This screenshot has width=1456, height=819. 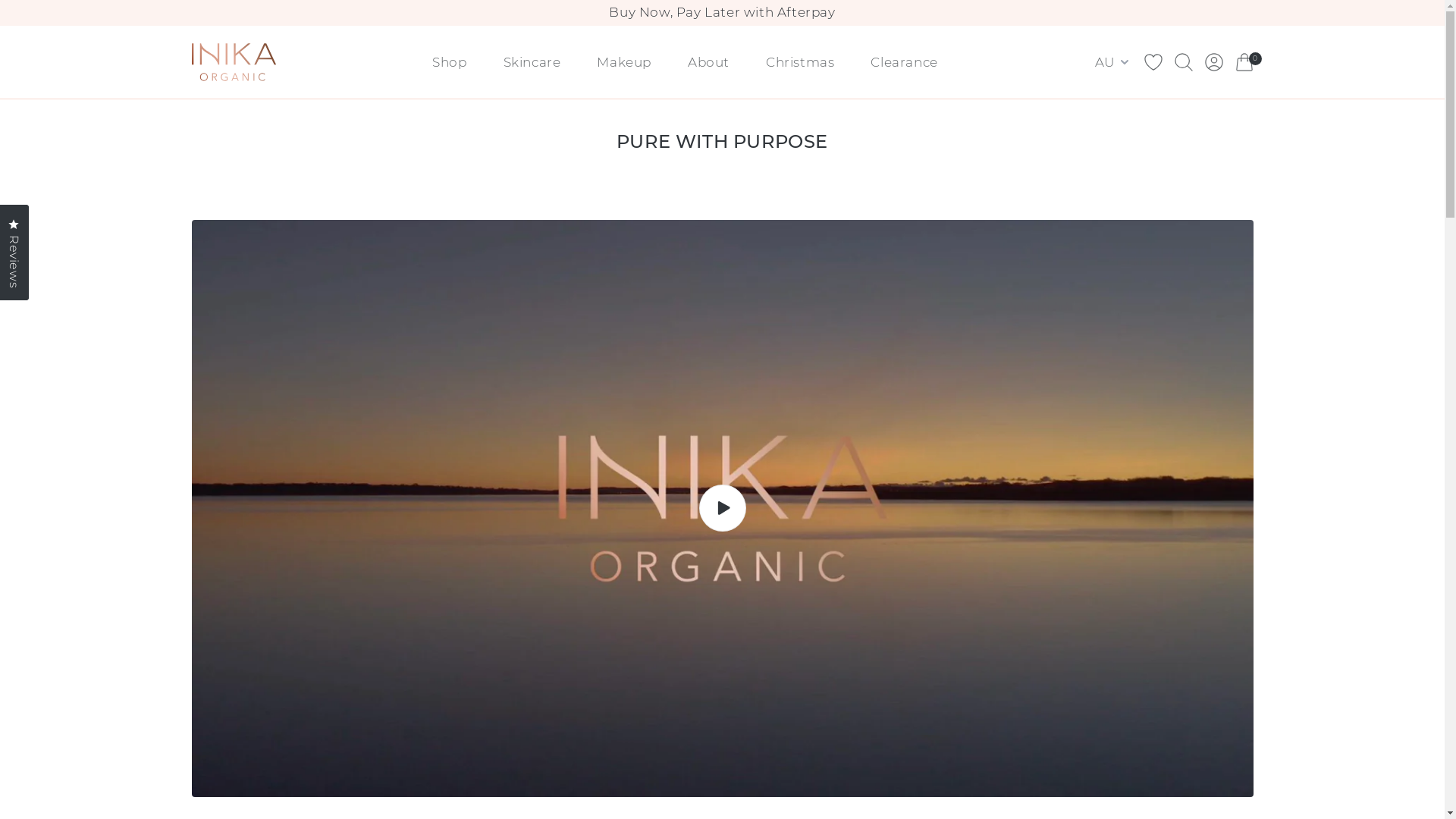 I want to click on 'Search Icon', so click(x=1182, y=61).